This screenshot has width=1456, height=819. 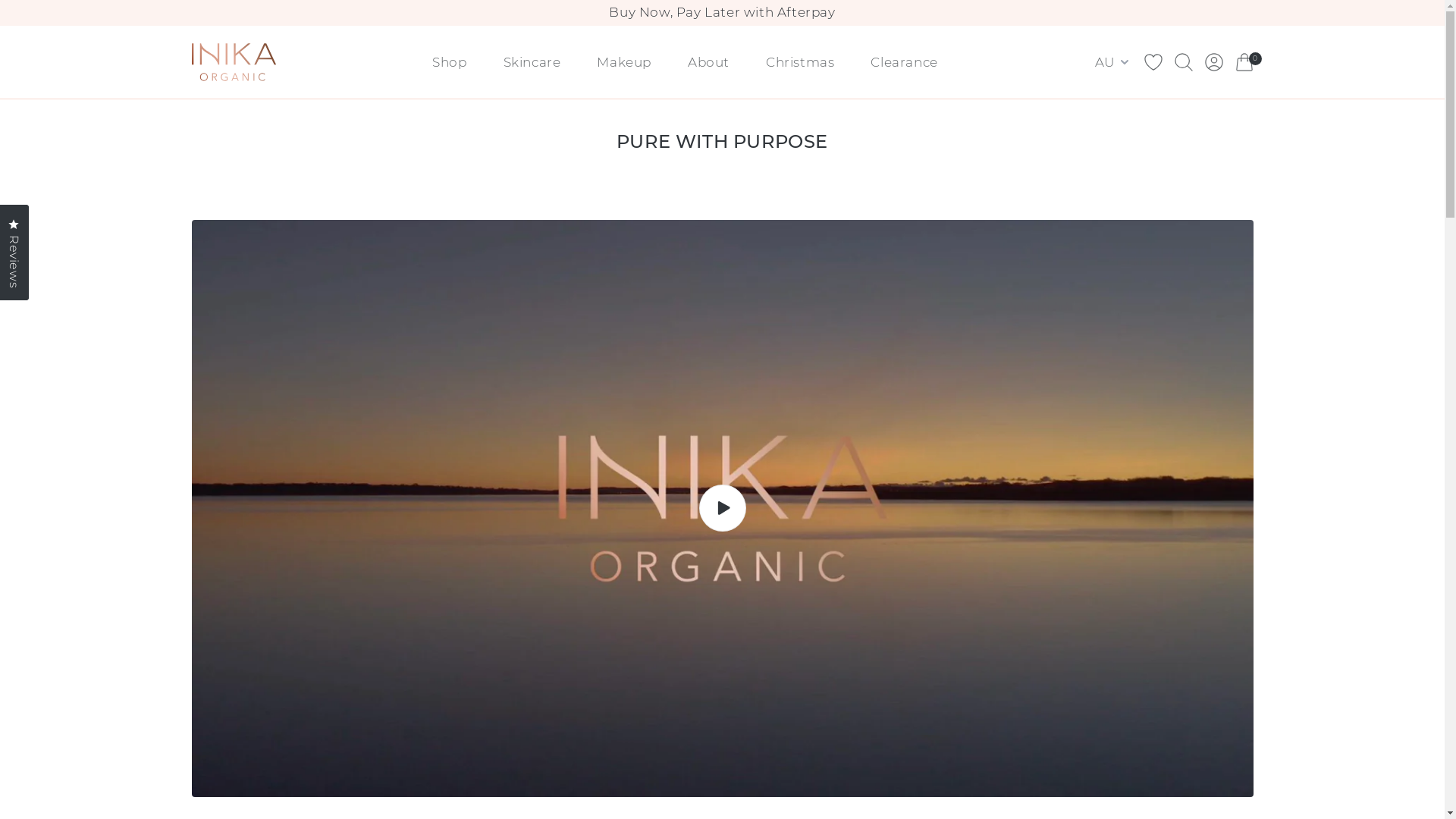 I want to click on 'Search Icon', so click(x=1182, y=61).